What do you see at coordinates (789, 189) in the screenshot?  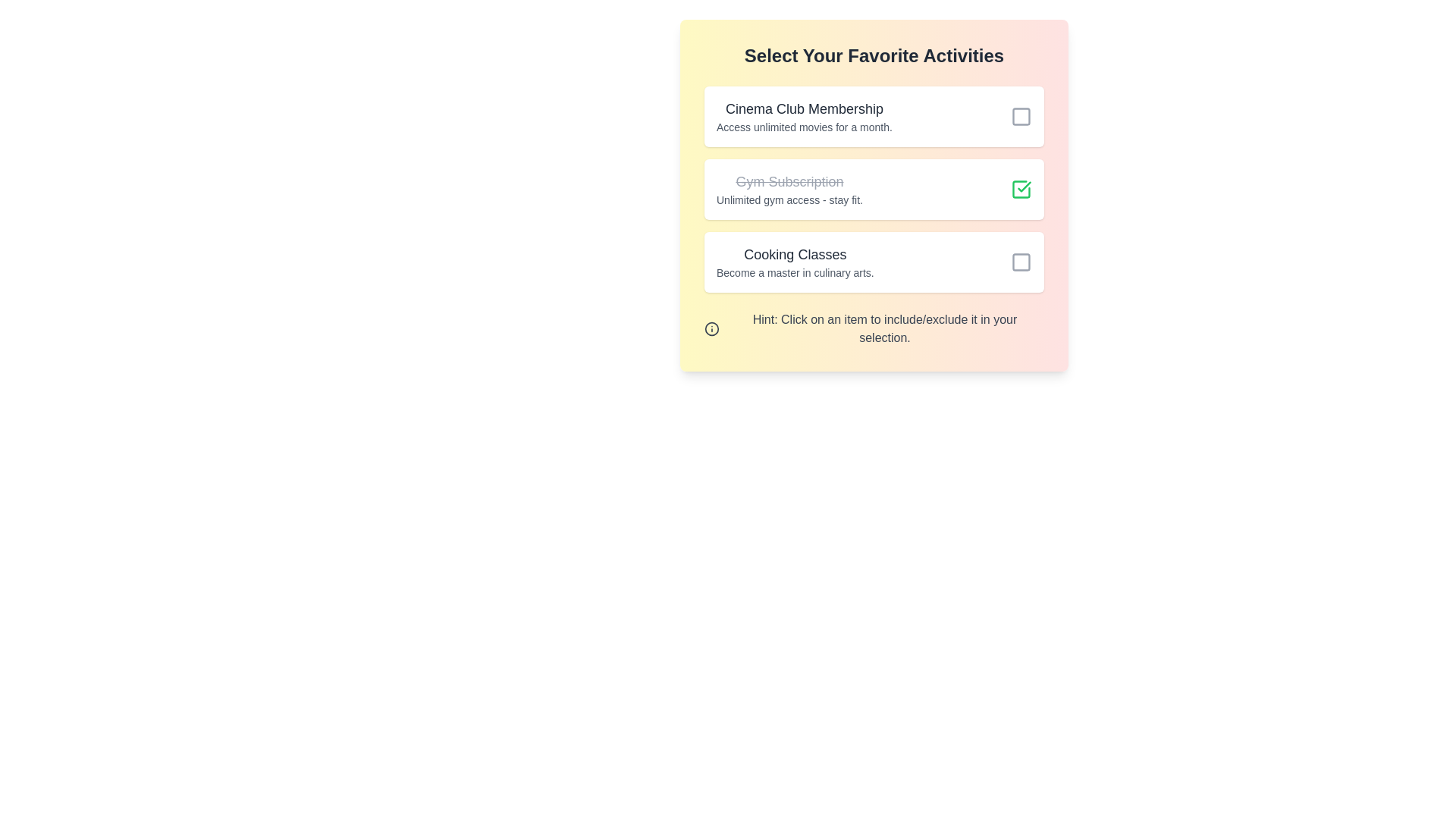 I see `the static description label for the 'Gym Subscription' option, which is the second item in a vertical list of selectable options` at bounding box center [789, 189].